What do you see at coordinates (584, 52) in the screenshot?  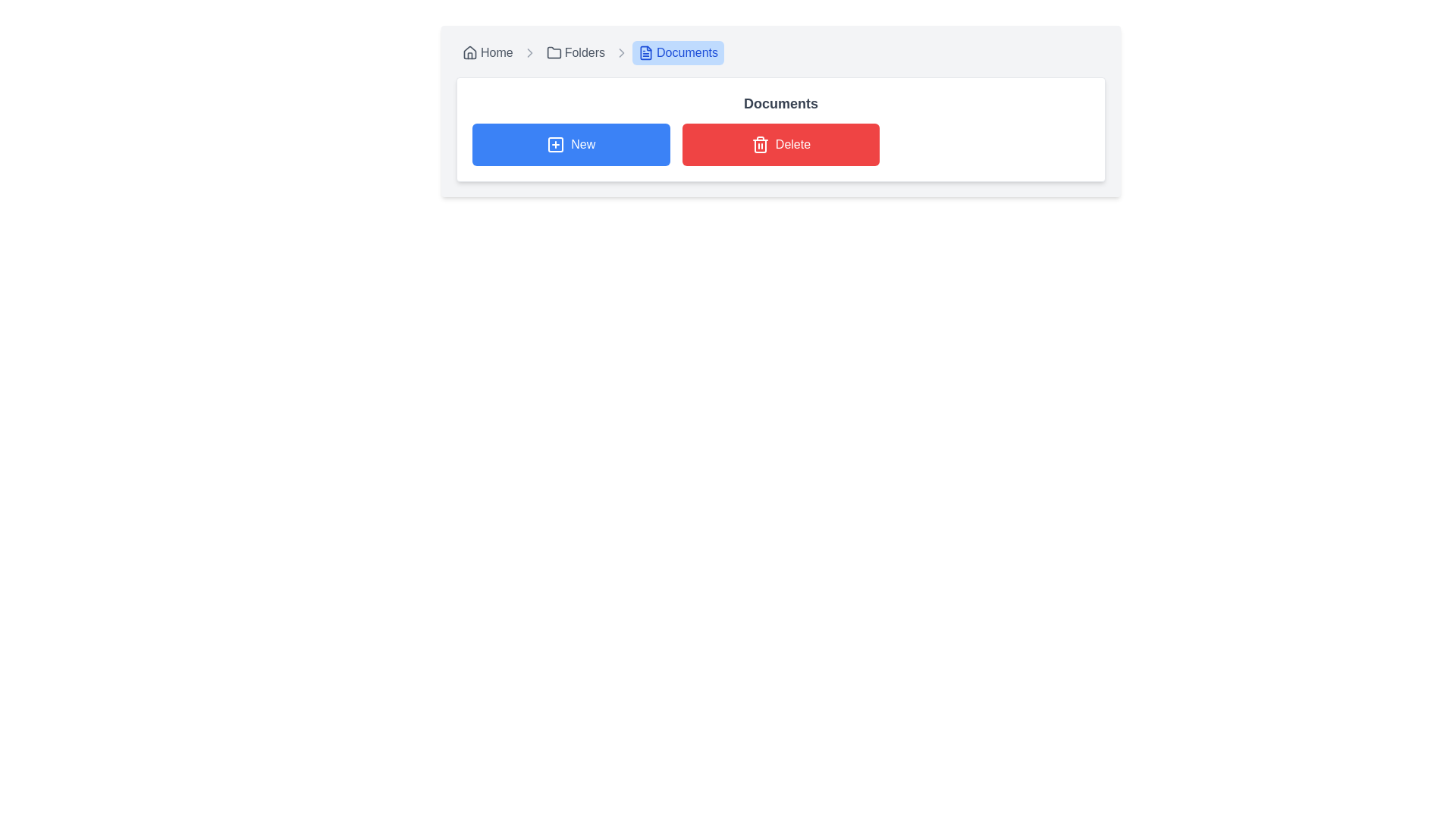 I see `breadcrumb label indicating a navigation step or folder category, located in the upper header/navigation bar area, immediately to the right of the folder icon` at bounding box center [584, 52].